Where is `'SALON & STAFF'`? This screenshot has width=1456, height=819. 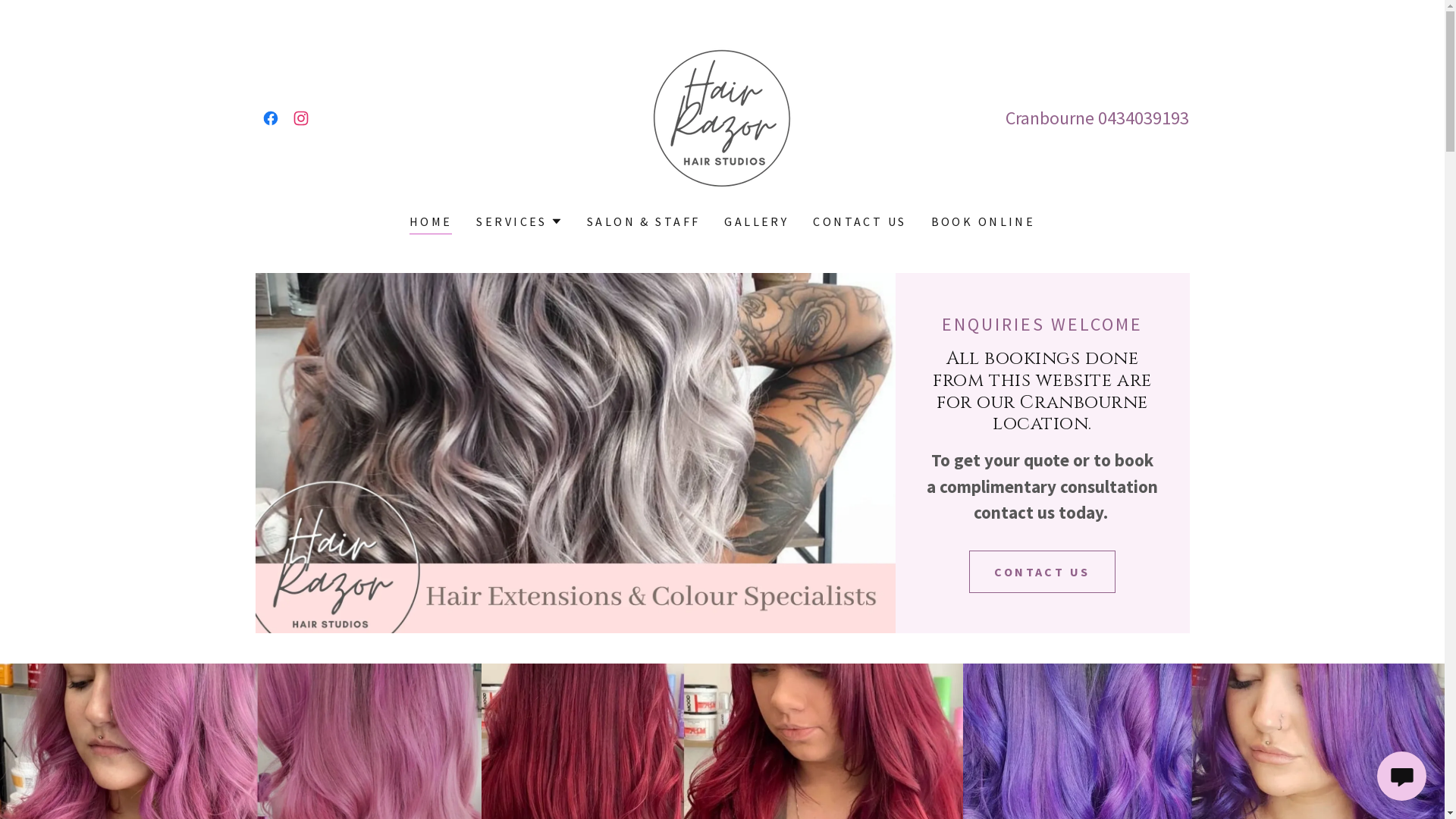 'SALON & STAFF' is located at coordinates (644, 221).